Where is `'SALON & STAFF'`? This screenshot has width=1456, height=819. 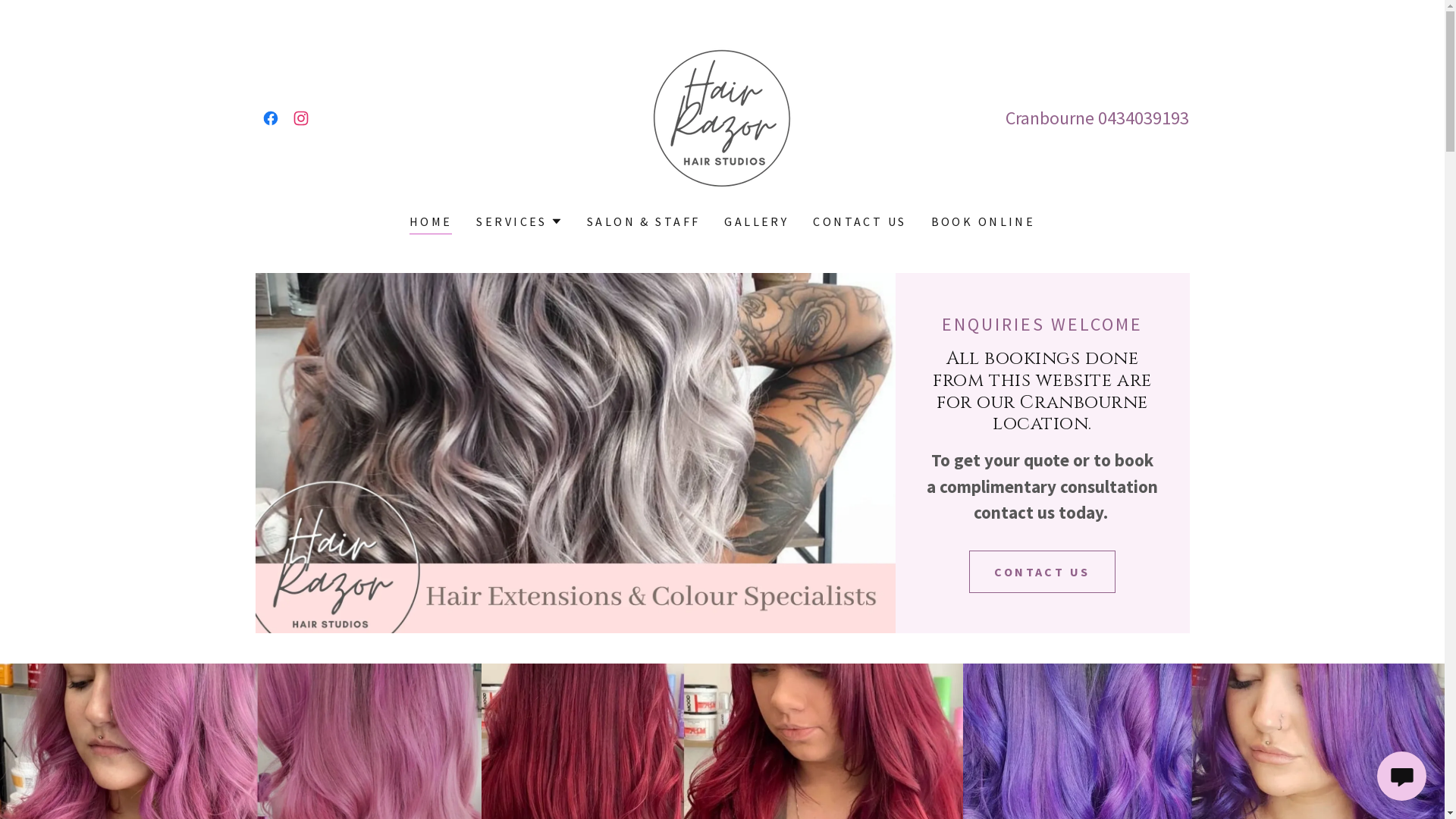 'SALON & STAFF' is located at coordinates (644, 221).